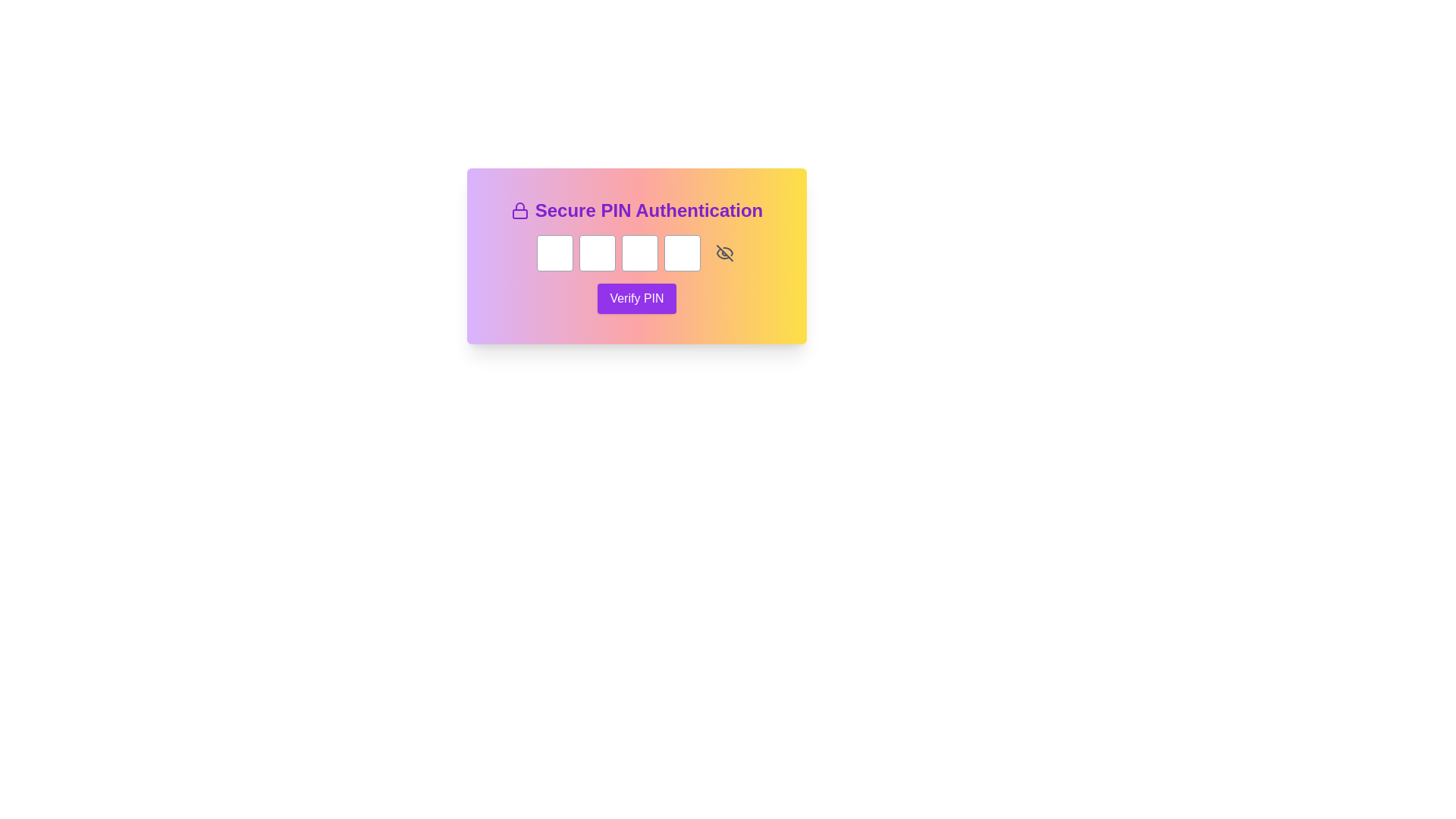 Image resolution: width=1456 pixels, height=819 pixels. What do you see at coordinates (723, 253) in the screenshot?
I see `the small eye icon with a diagonal line crossing it` at bounding box center [723, 253].